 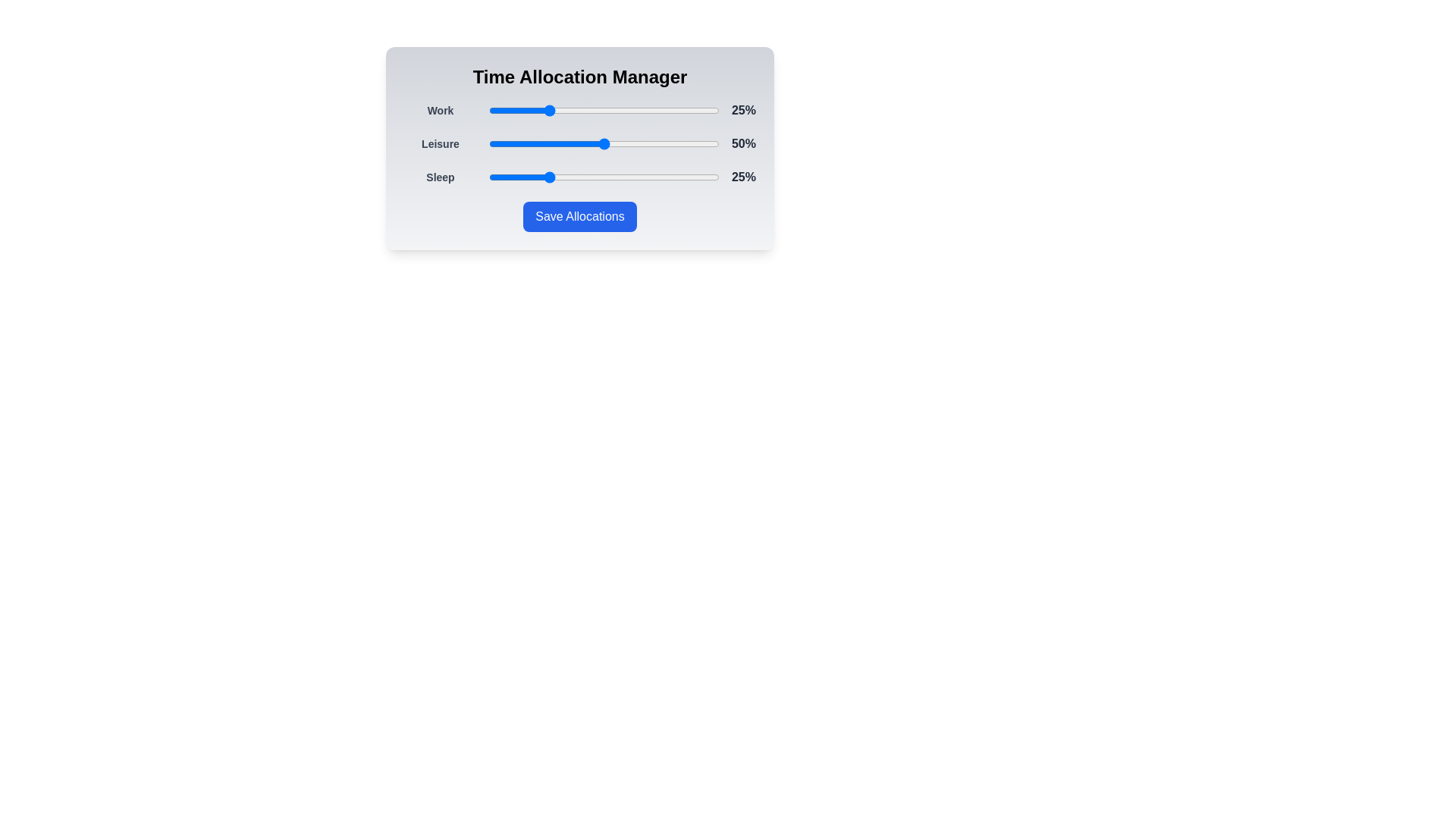 I want to click on the slider corresponding to Work, so click(x=603, y=110).